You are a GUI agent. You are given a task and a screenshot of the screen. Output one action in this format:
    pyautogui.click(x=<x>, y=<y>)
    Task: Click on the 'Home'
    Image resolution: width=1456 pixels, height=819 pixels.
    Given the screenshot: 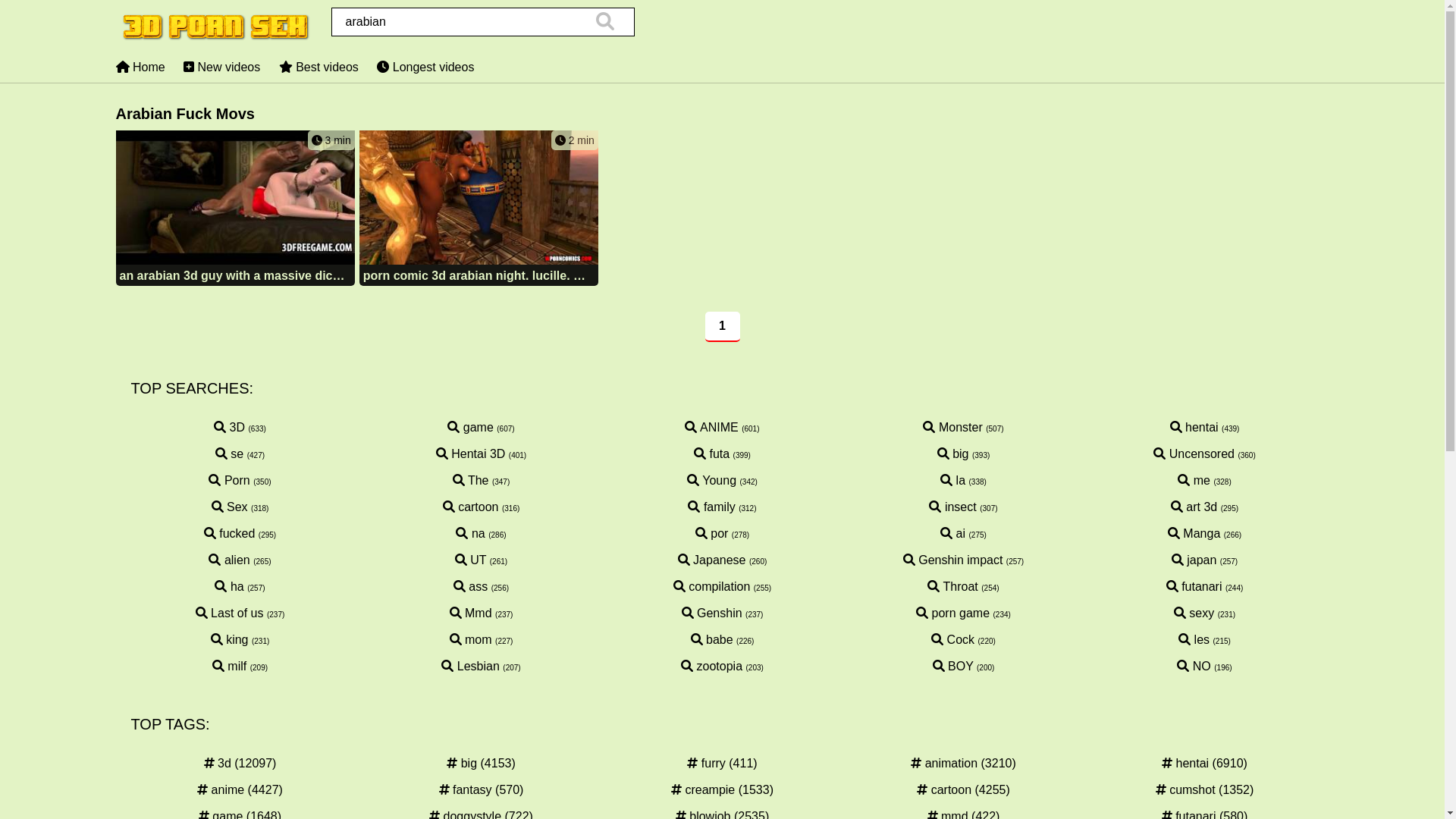 What is the action you would take?
    pyautogui.click(x=115, y=66)
    